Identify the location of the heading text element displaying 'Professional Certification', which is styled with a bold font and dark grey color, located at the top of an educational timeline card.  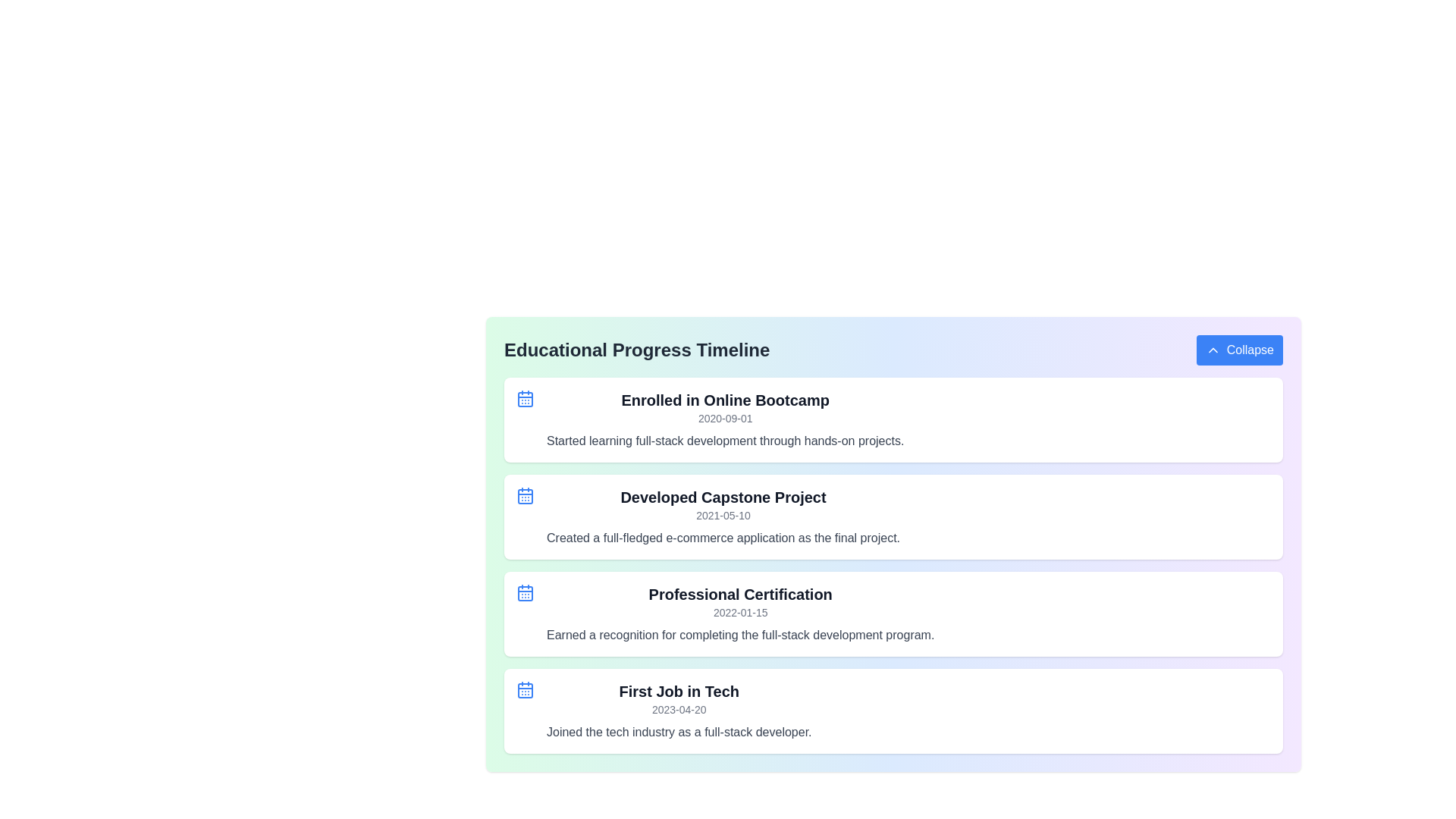
(740, 593).